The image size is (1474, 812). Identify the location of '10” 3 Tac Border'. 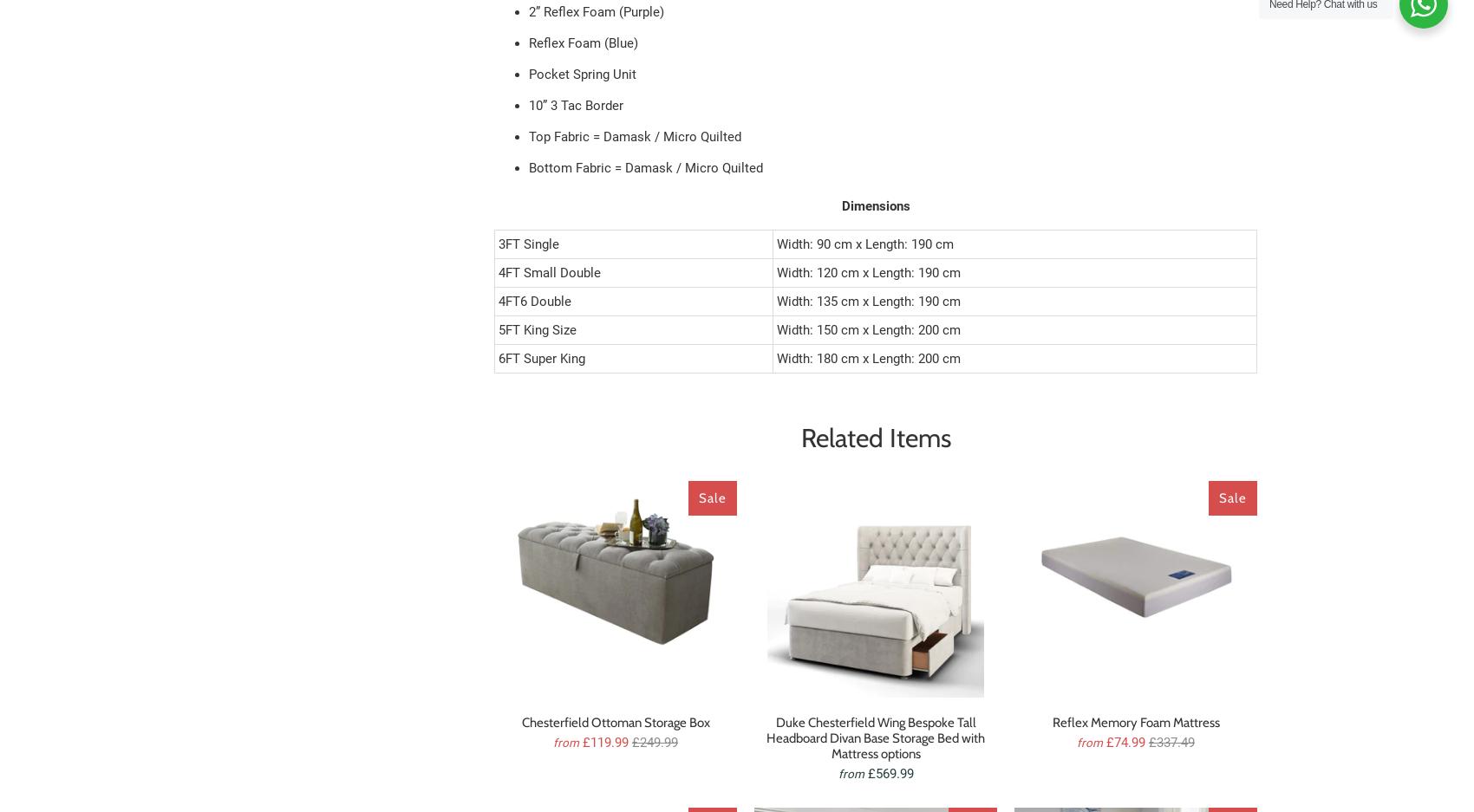
(576, 104).